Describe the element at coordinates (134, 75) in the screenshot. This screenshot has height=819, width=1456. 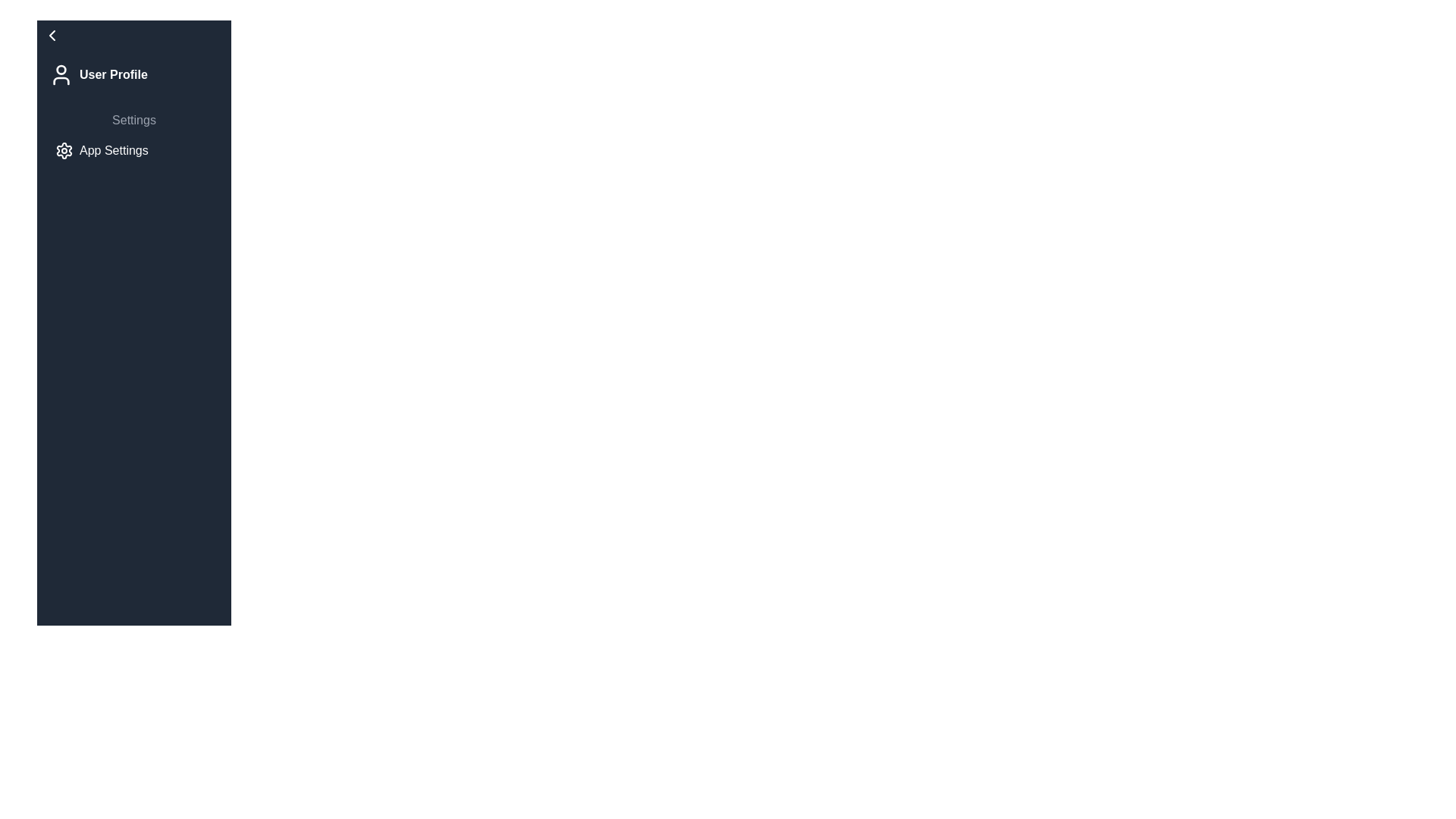
I see `the first menu item in the vertical navigation menu` at that location.